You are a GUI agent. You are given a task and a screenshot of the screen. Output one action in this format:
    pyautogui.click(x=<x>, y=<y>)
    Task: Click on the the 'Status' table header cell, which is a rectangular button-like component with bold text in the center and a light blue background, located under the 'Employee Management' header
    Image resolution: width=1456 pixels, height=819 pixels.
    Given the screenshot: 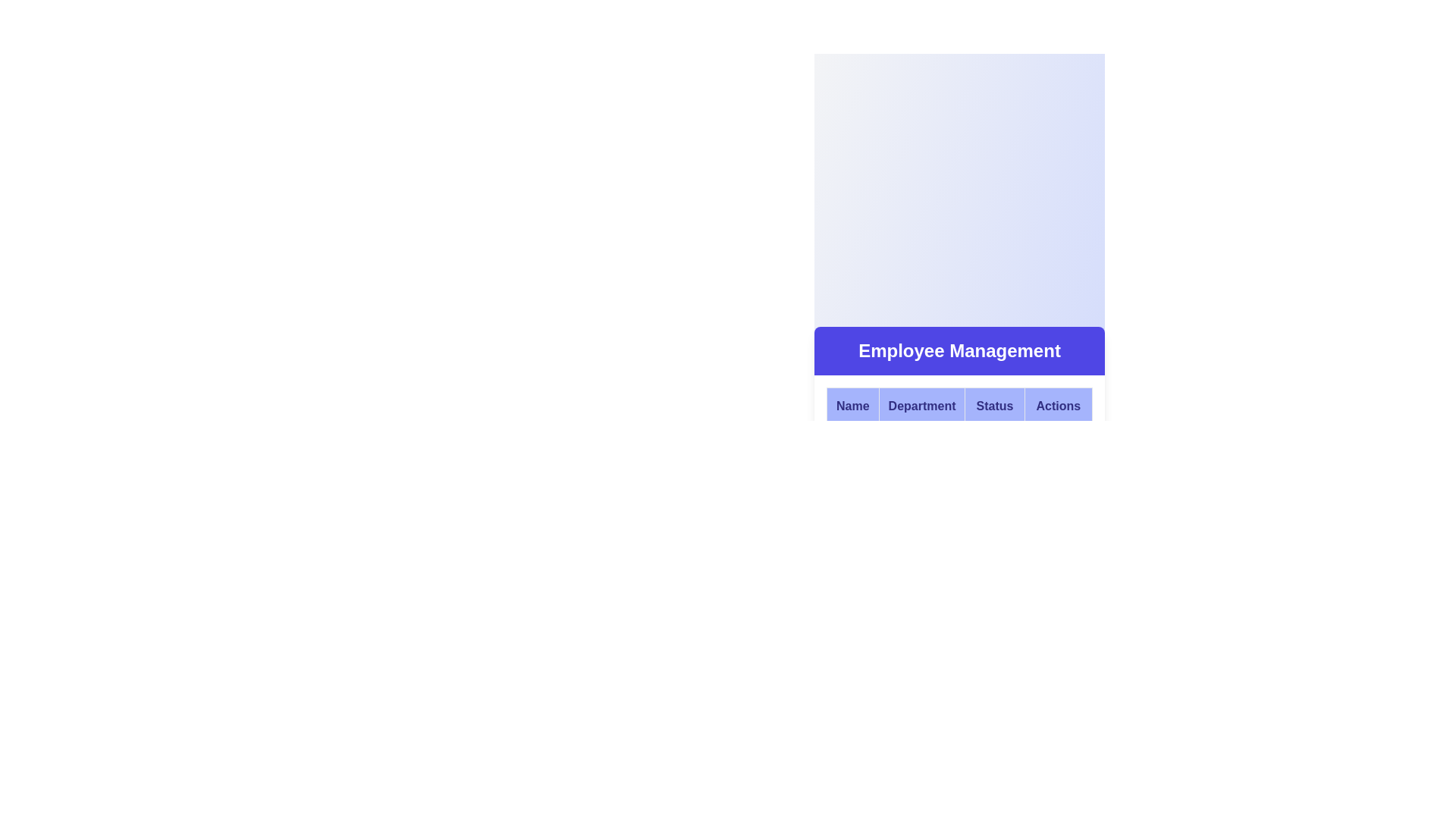 What is the action you would take?
    pyautogui.click(x=995, y=405)
    